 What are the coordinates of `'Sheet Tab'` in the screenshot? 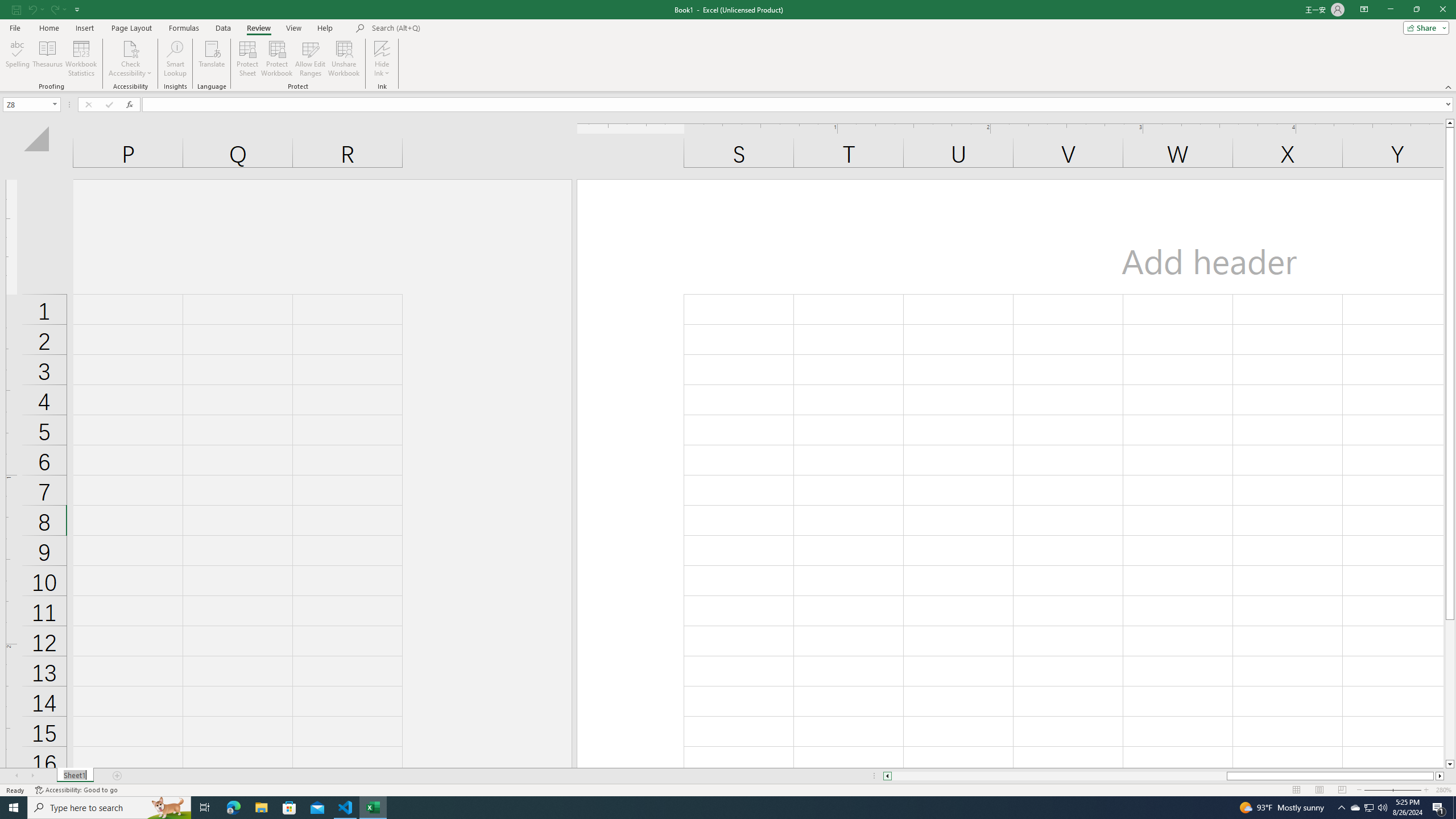 It's located at (74, 775).